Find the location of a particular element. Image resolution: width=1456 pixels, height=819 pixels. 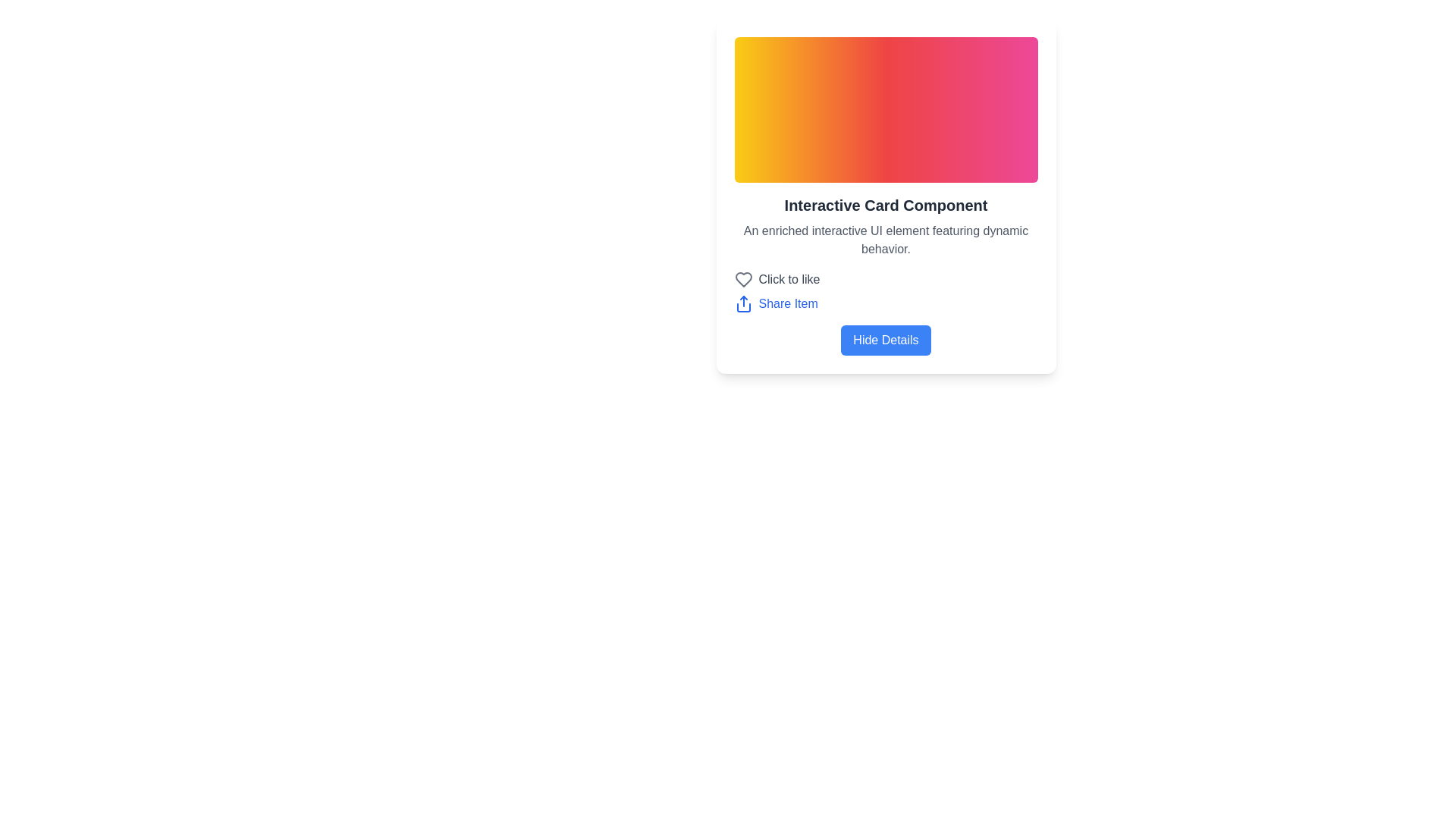

the likes icon located to the left of the 'Click to like' text at the bottom section of the card component is located at coordinates (743, 280).